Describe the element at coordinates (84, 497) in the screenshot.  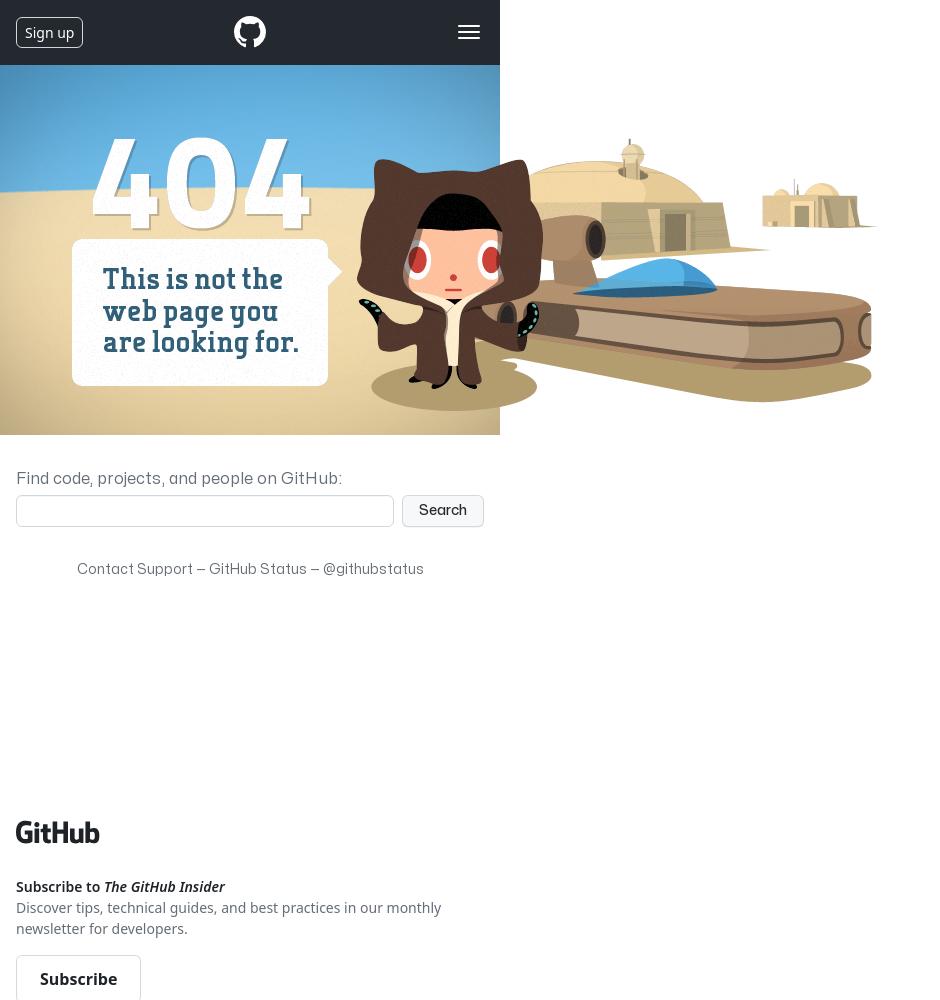
I see `'All features'` at that location.